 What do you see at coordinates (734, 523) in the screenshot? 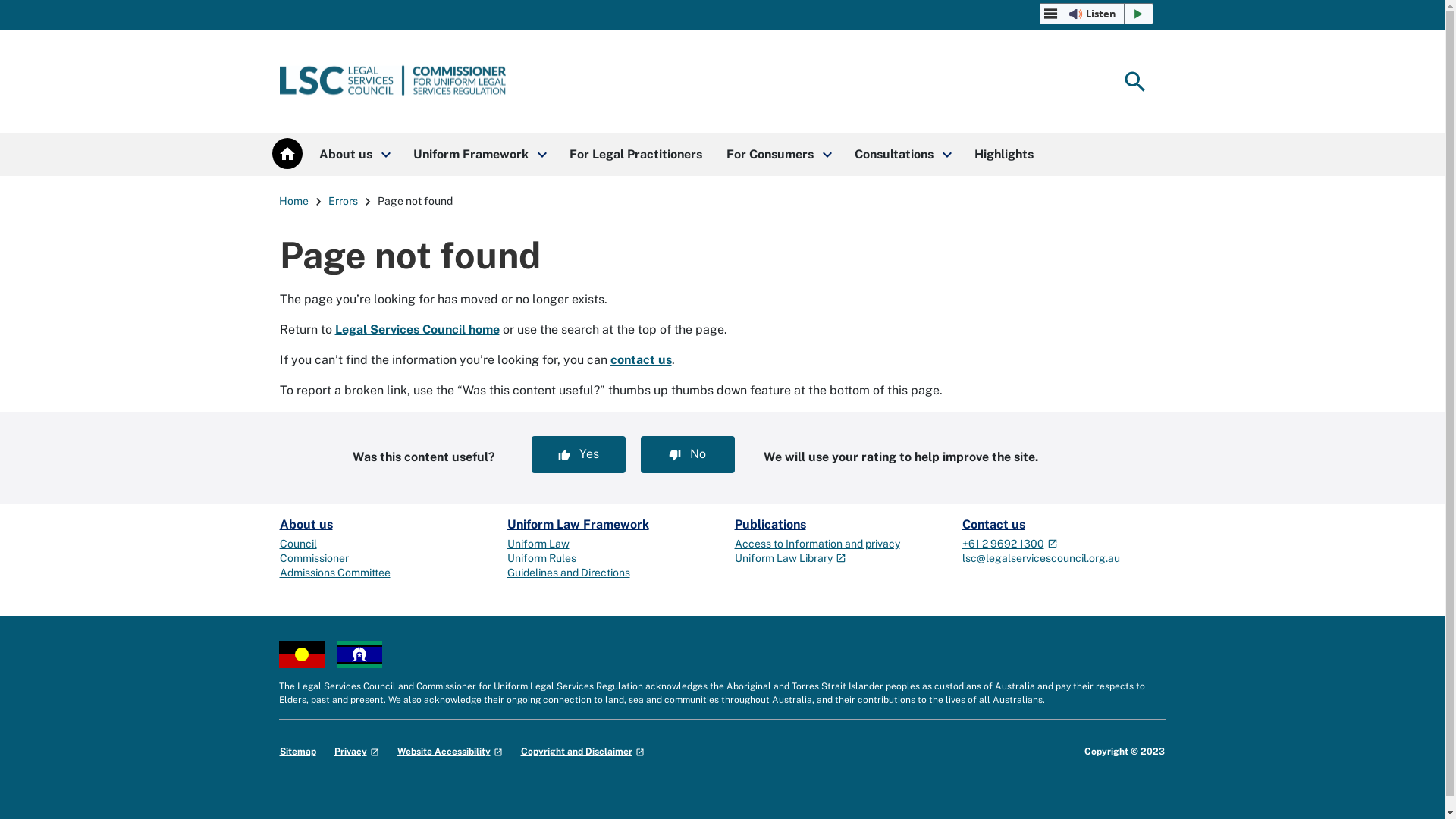
I see `'Publications'` at bounding box center [734, 523].